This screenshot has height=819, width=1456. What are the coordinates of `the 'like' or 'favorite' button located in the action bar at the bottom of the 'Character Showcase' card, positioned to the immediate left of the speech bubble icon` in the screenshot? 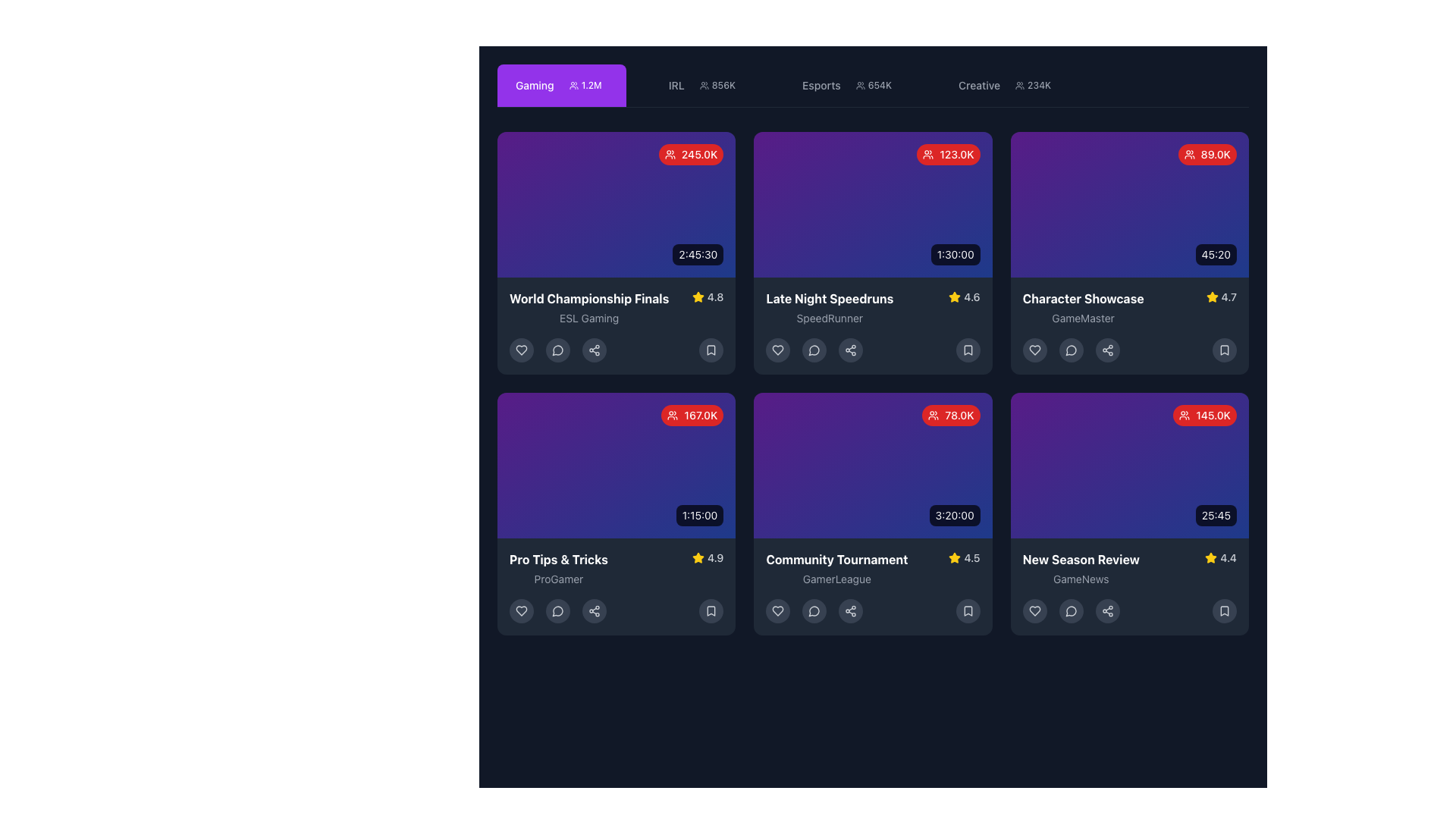 It's located at (1034, 350).